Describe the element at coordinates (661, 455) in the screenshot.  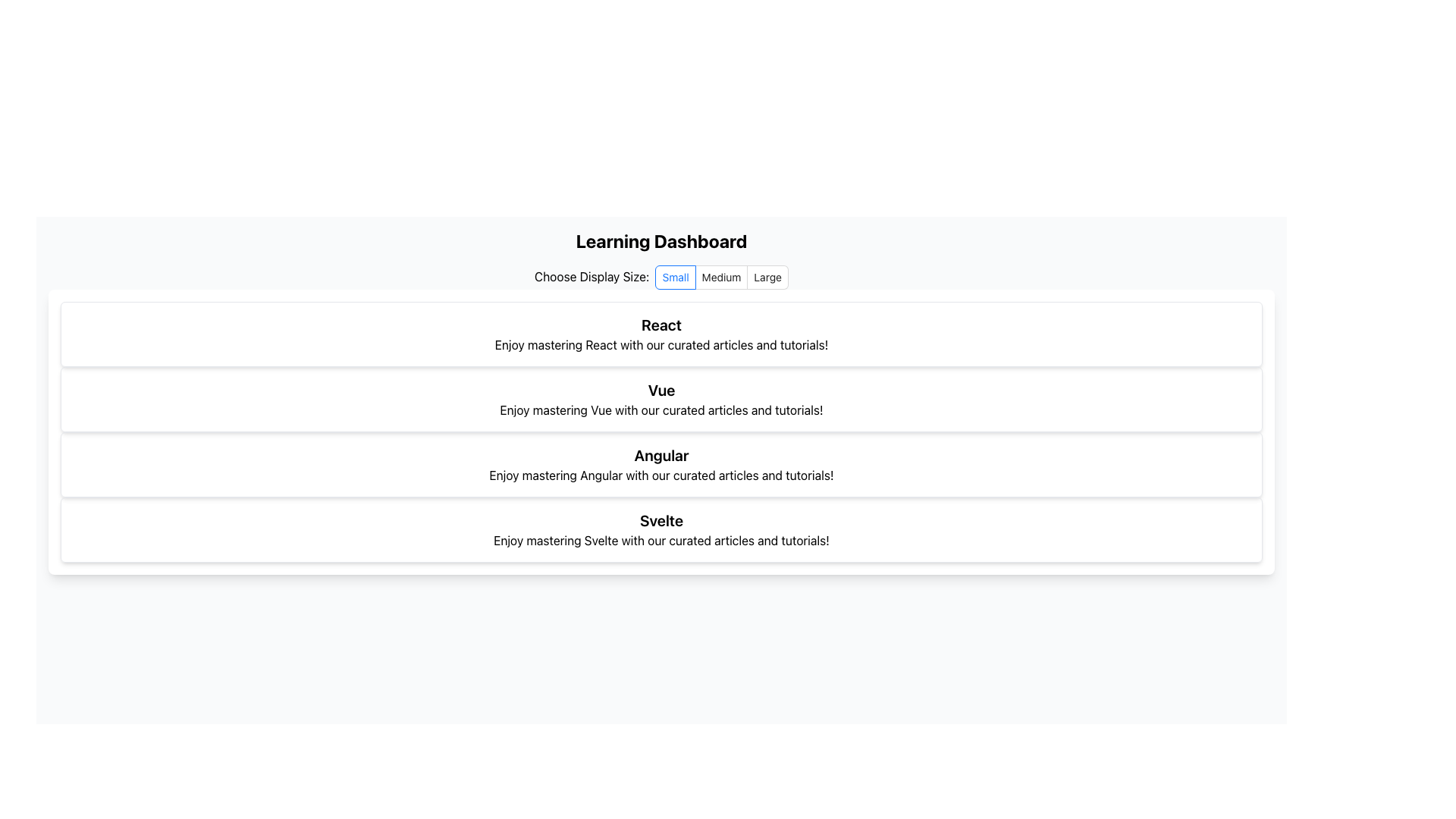
I see `the static text header that serves as the title for the Angular section, indicating the content related to Angular tutorials and articles` at that location.